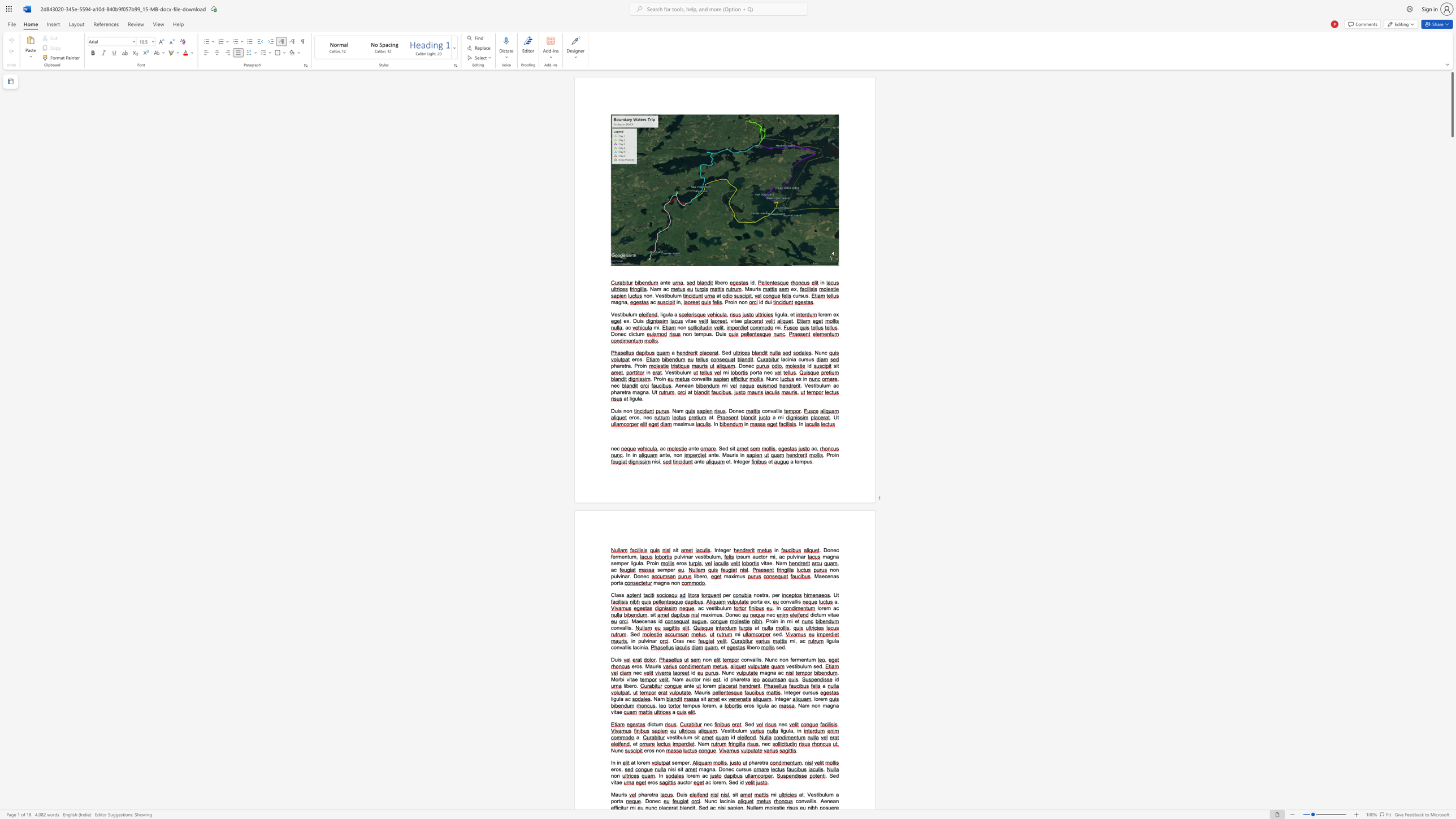 This screenshot has height=819, width=1456. I want to click on the 1th character "." in the text, so click(826, 775).